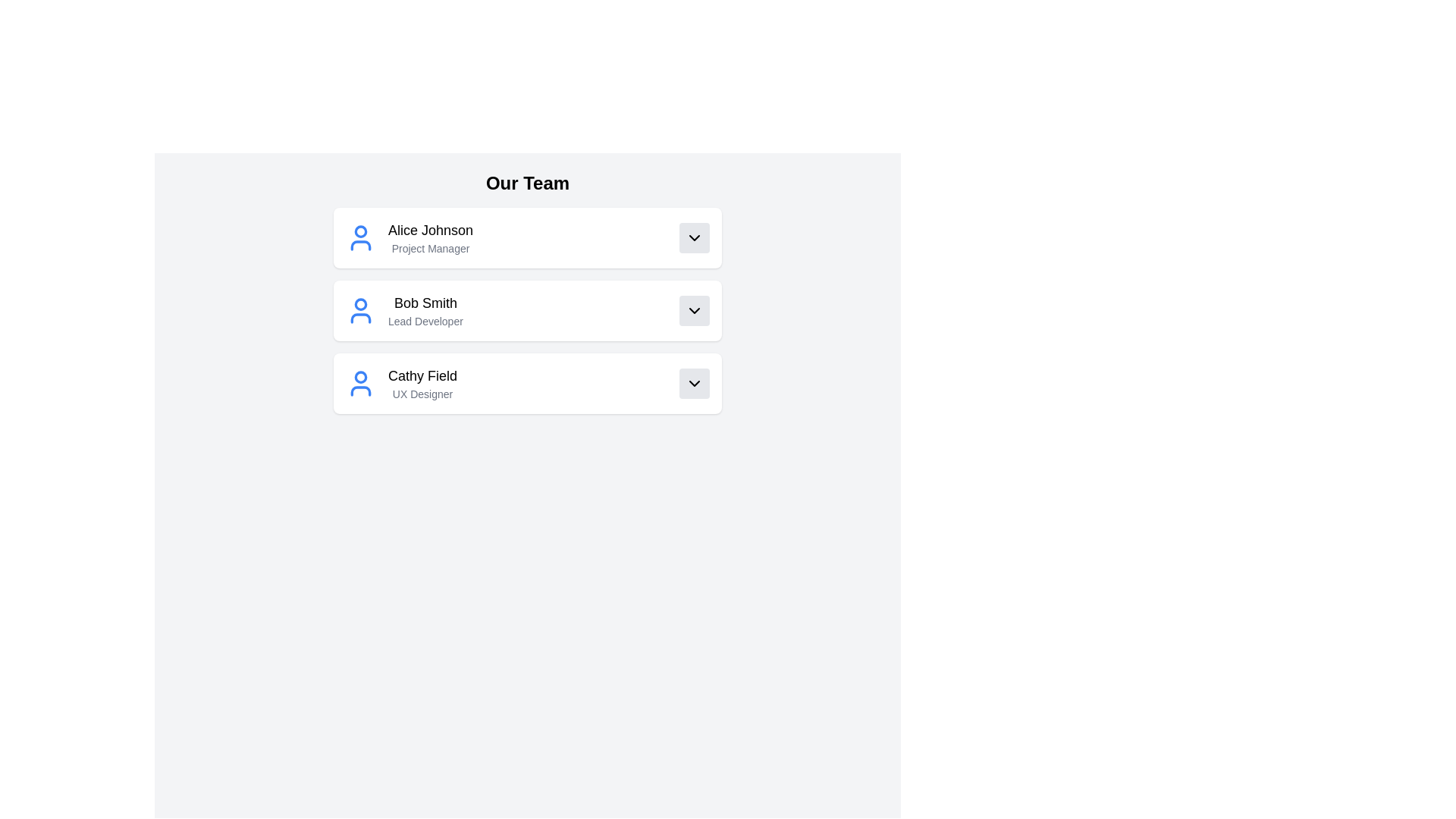 The image size is (1456, 819). I want to click on the icon at the right end of the team member card for 'Alice Johnson', so click(694, 237).